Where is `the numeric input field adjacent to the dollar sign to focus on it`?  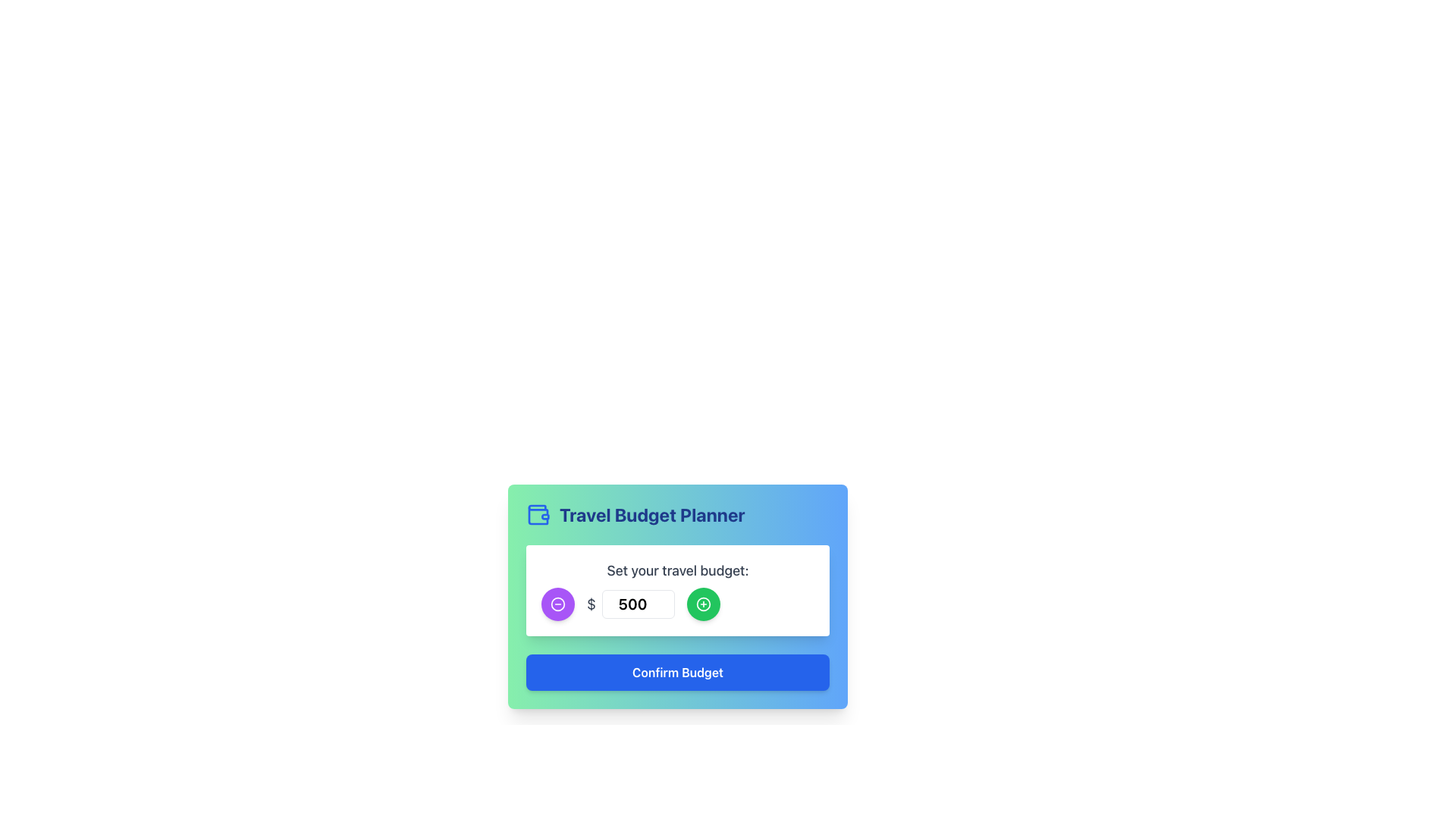
the numeric input field adjacent to the dollar sign to focus on it is located at coordinates (630, 604).